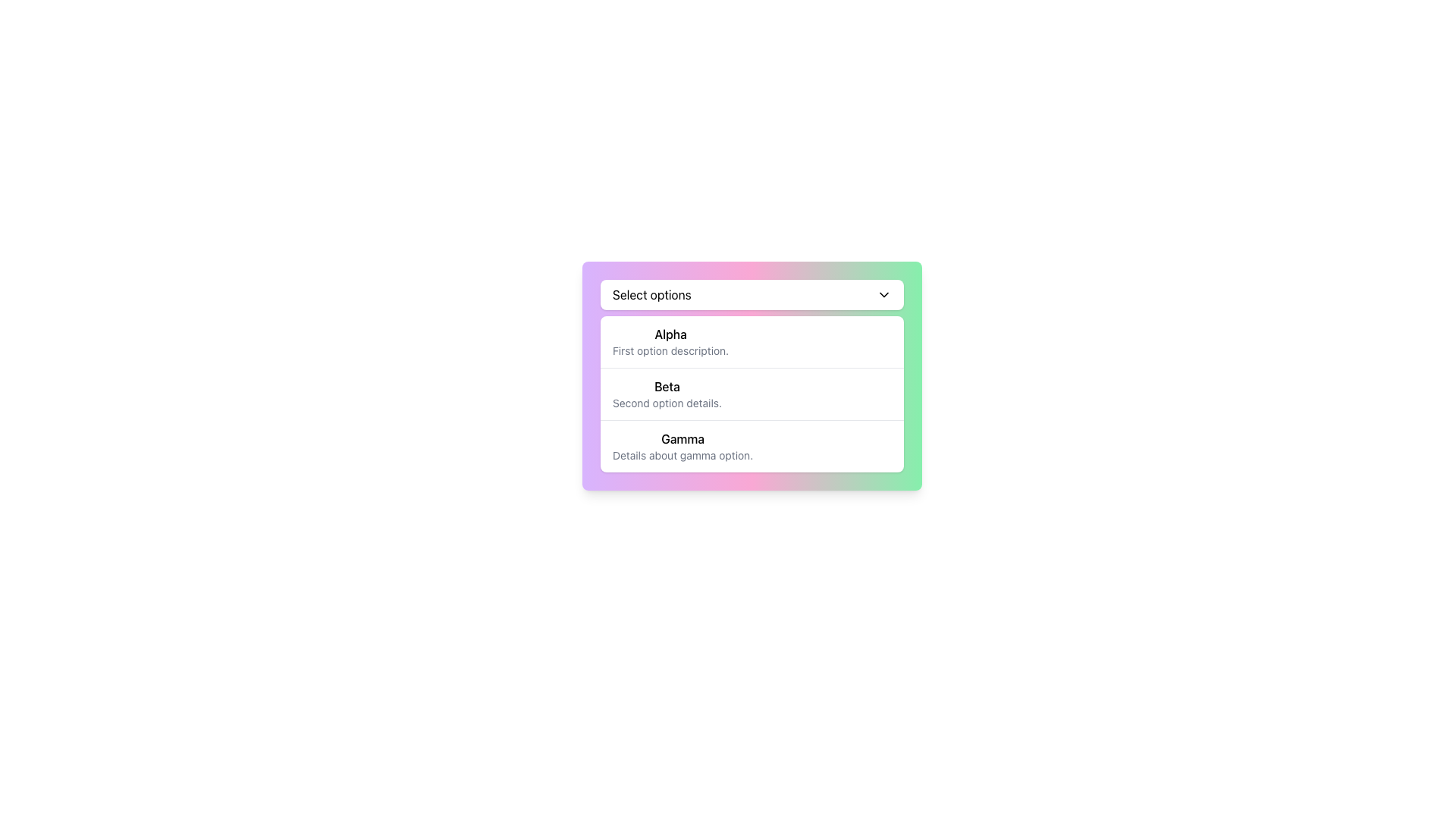  Describe the element at coordinates (667, 385) in the screenshot. I see `the second selectable option` at that location.